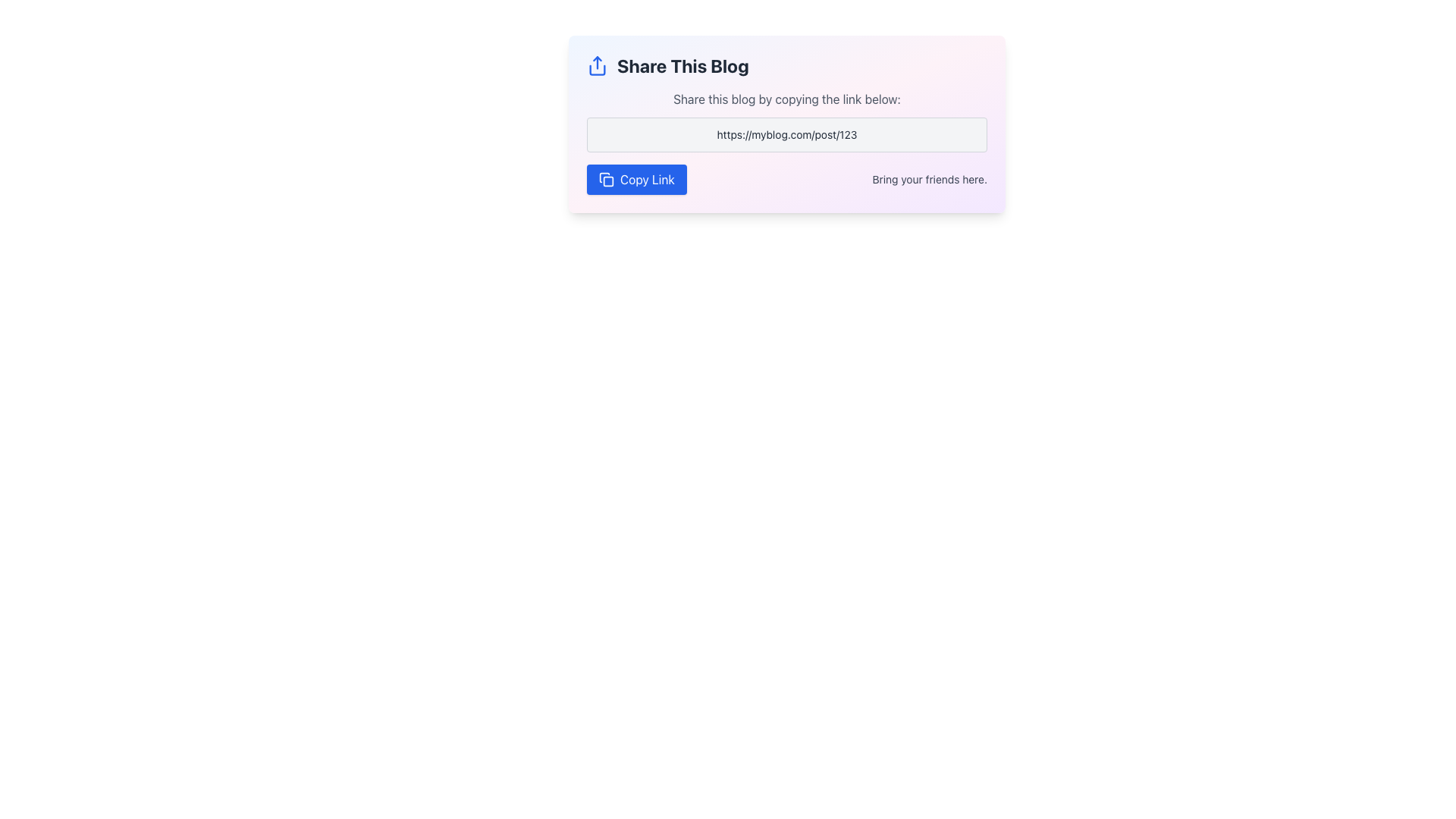 The width and height of the screenshot is (1456, 819). What do you see at coordinates (596, 65) in the screenshot?
I see `the share icon located at the leftmost side of the header area, which symbolizes the action of sharing the content of the blog` at bounding box center [596, 65].